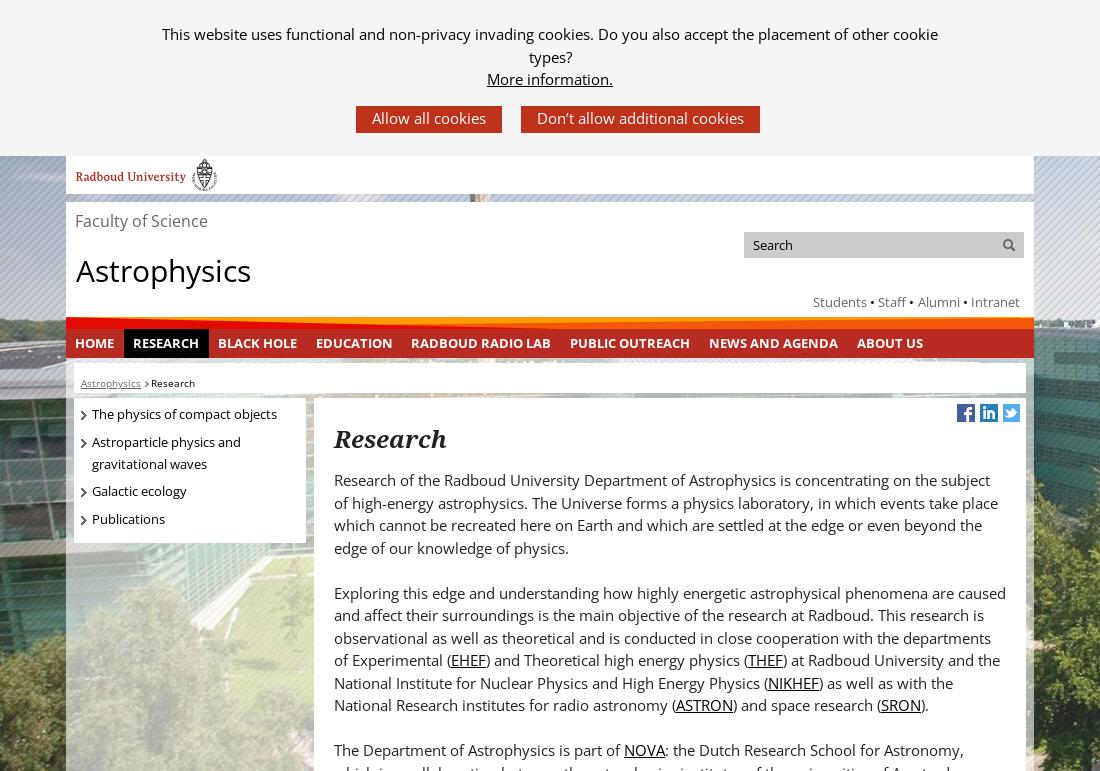  What do you see at coordinates (132, 342) in the screenshot?
I see `'Research'` at bounding box center [132, 342].